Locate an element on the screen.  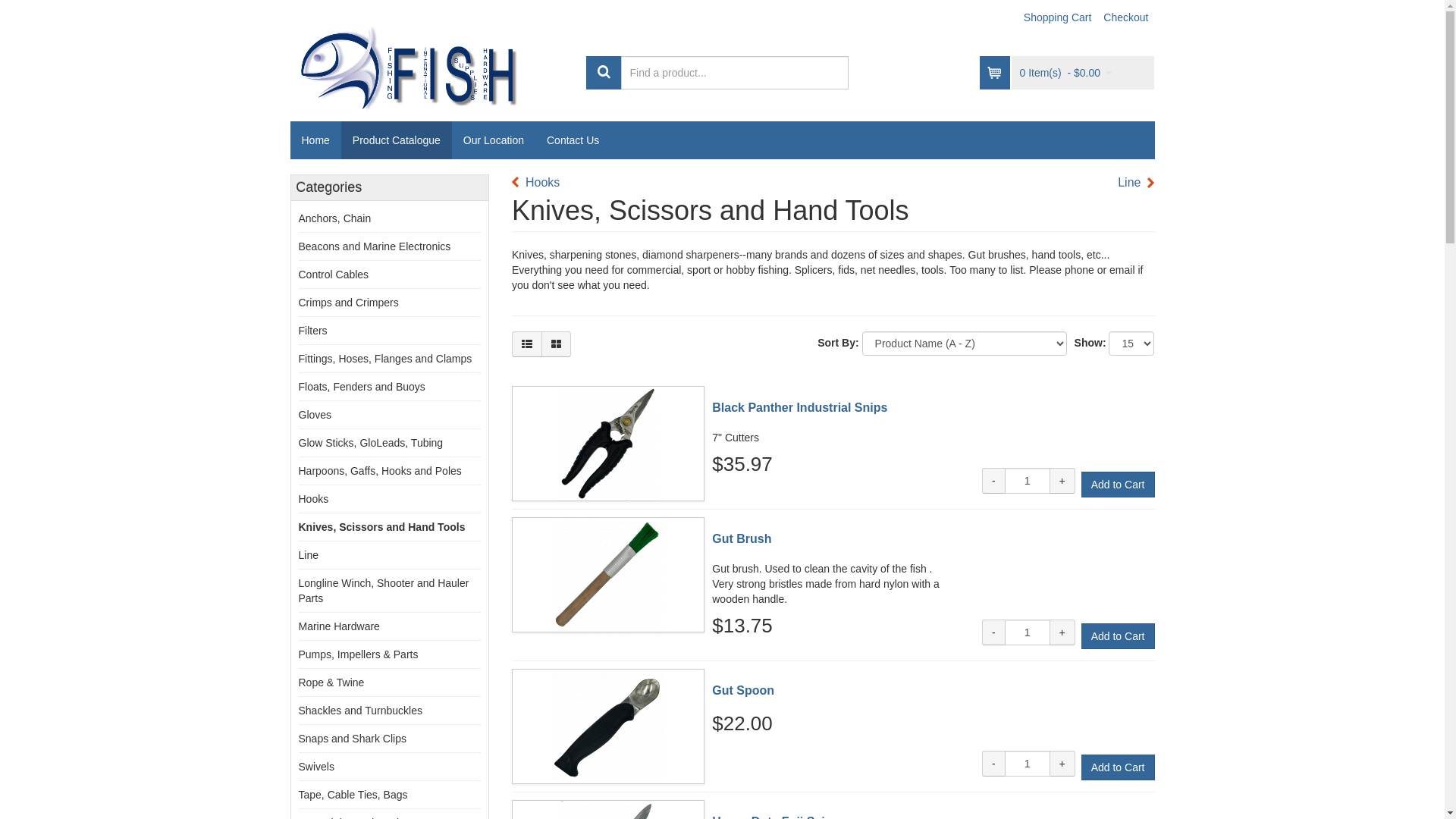
'Shopping Cart' is located at coordinates (1057, 17).